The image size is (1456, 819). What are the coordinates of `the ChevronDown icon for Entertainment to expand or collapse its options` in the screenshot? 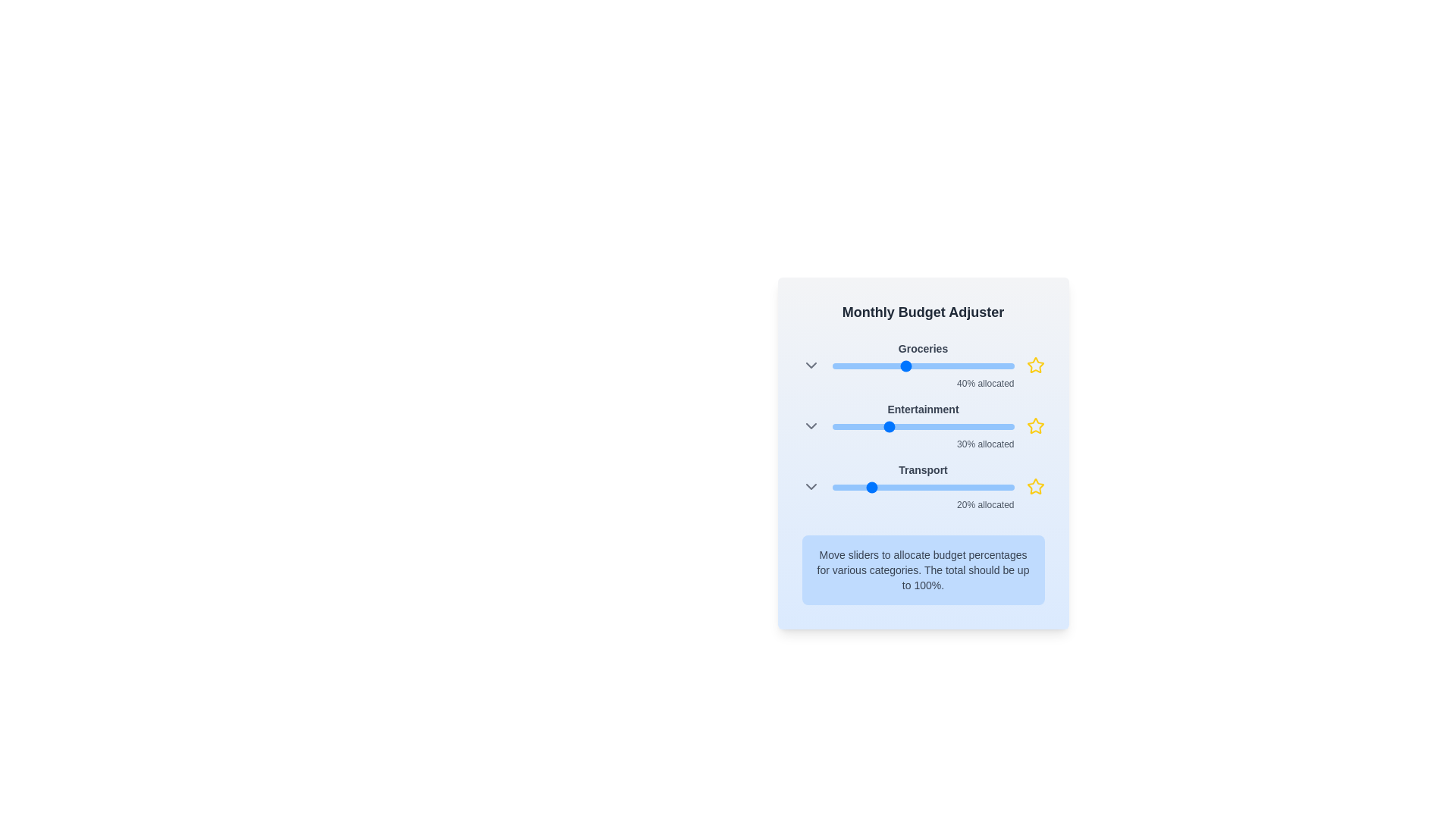 It's located at (810, 426).